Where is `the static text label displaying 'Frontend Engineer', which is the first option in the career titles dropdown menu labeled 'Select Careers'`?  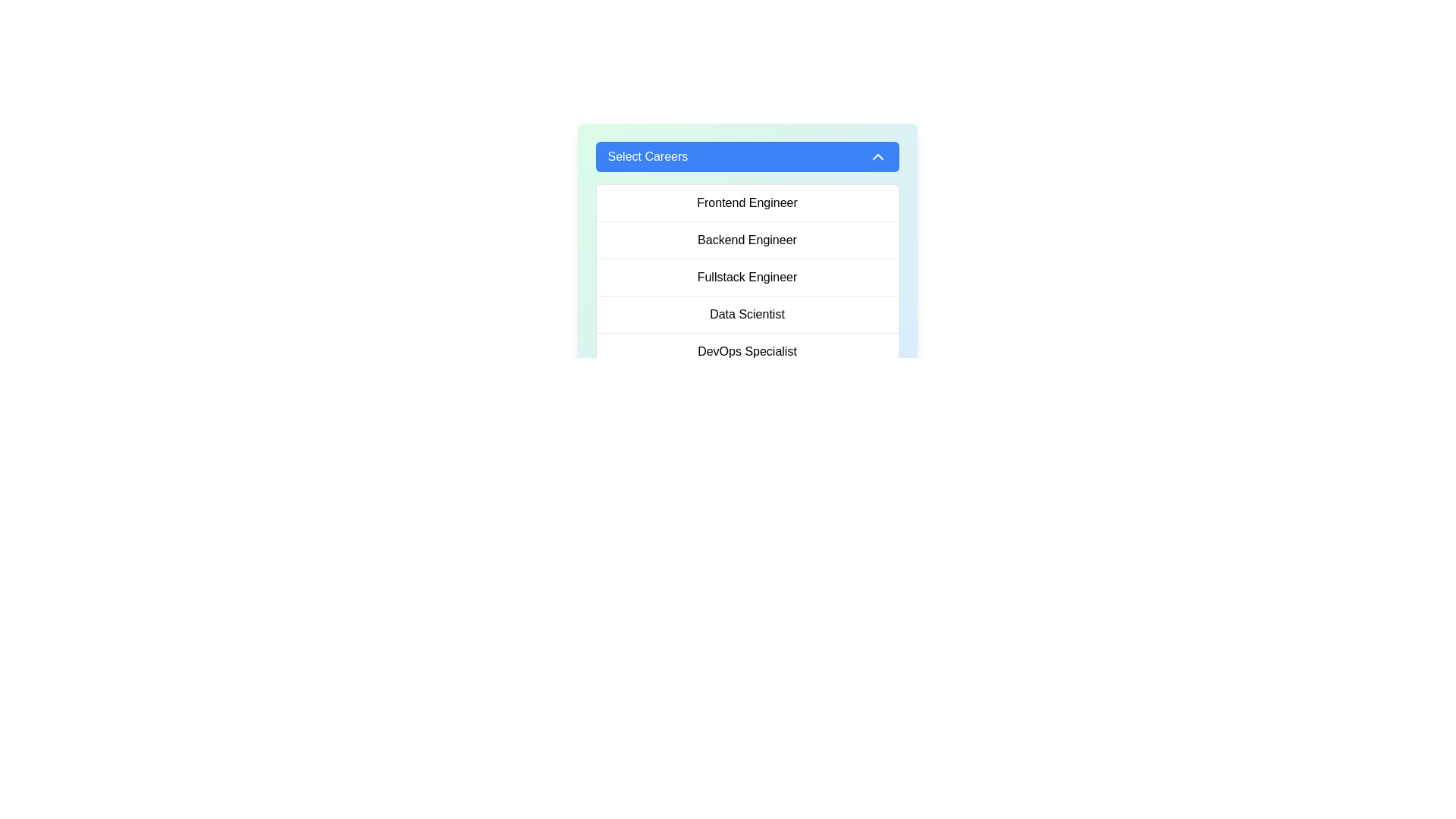
the static text label displaying 'Frontend Engineer', which is the first option in the career titles dropdown menu labeled 'Select Careers' is located at coordinates (747, 202).